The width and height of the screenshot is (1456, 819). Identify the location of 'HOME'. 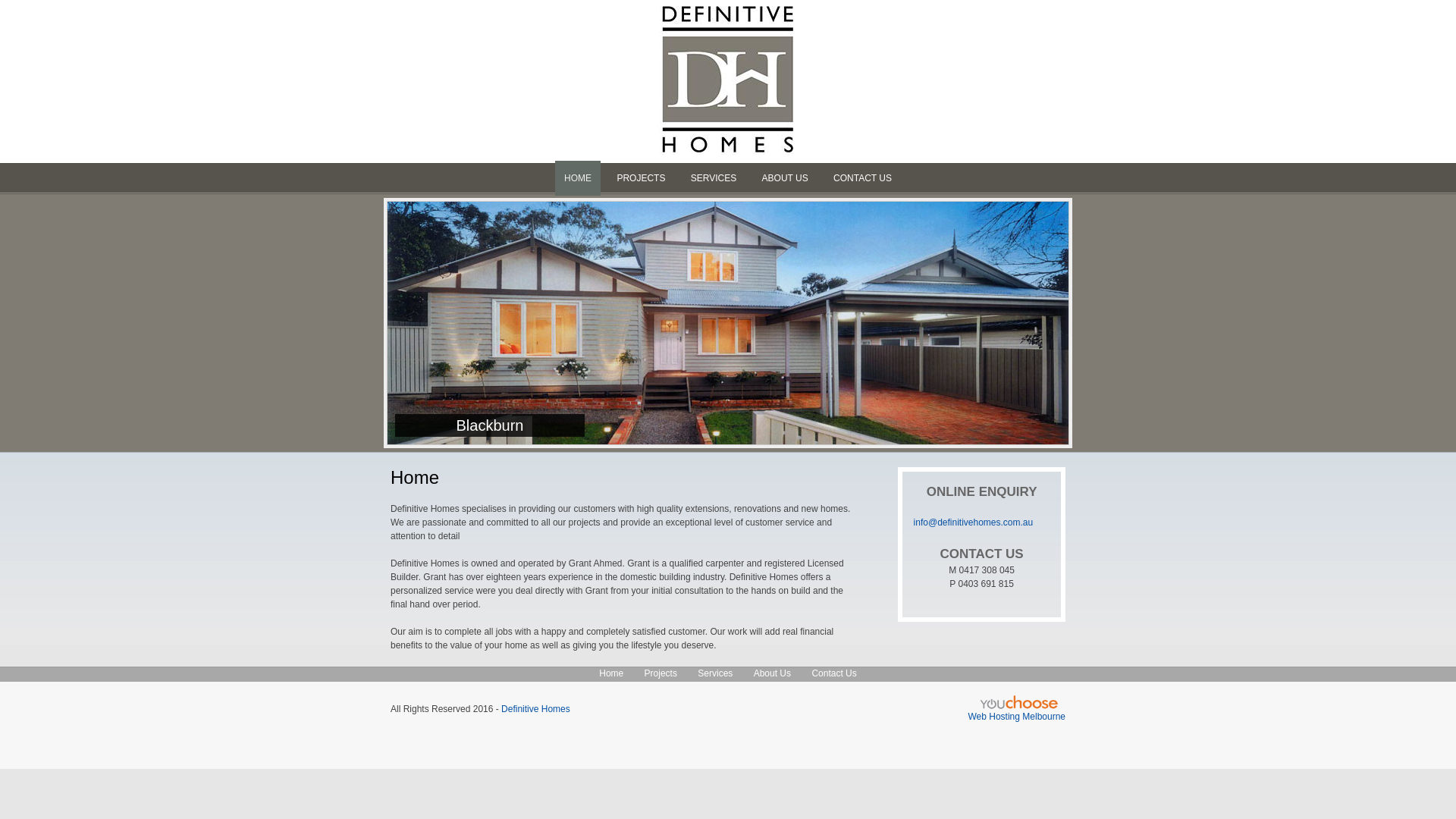
(577, 177).